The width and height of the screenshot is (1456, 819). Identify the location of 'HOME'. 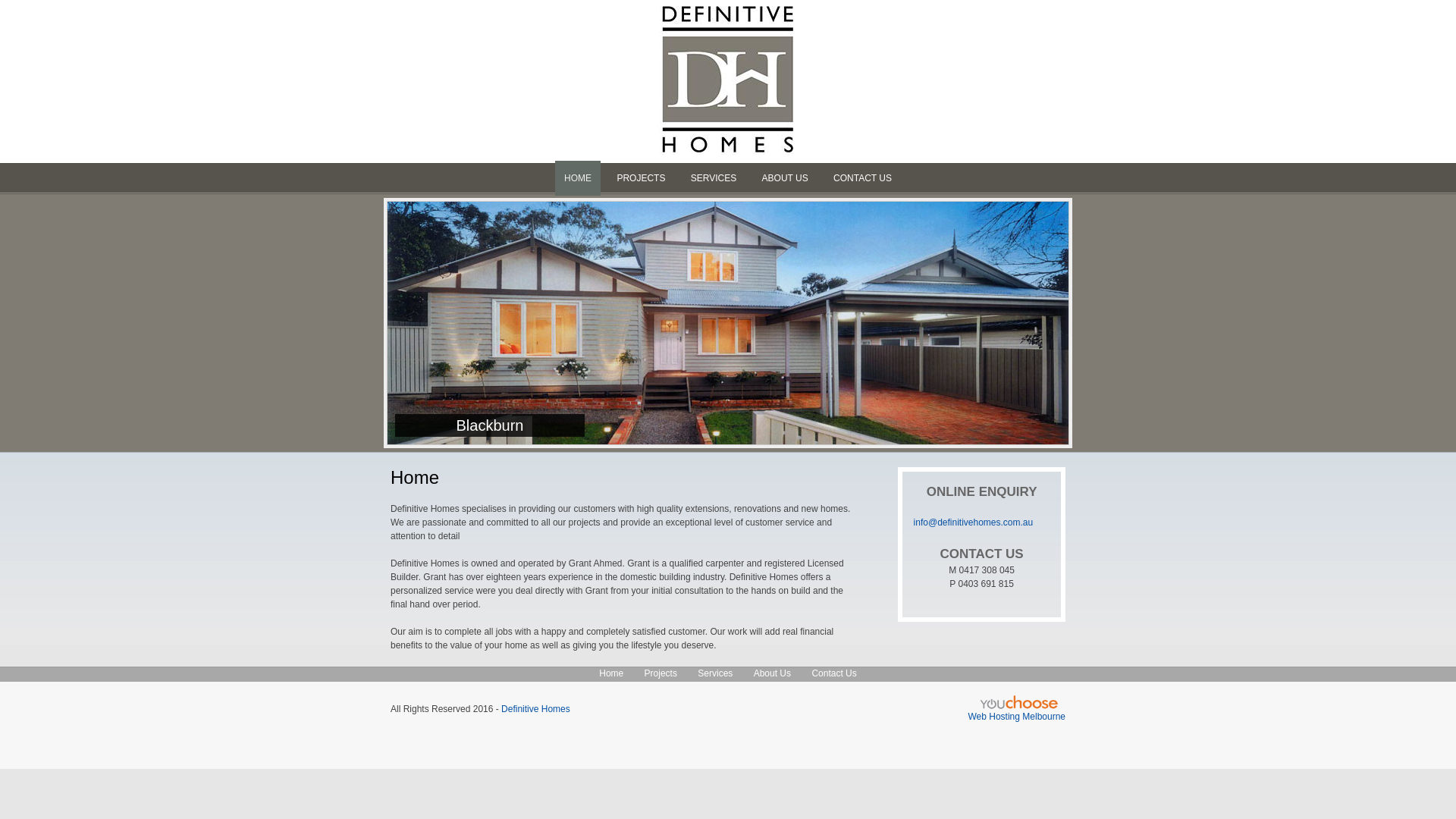
(577, 177).